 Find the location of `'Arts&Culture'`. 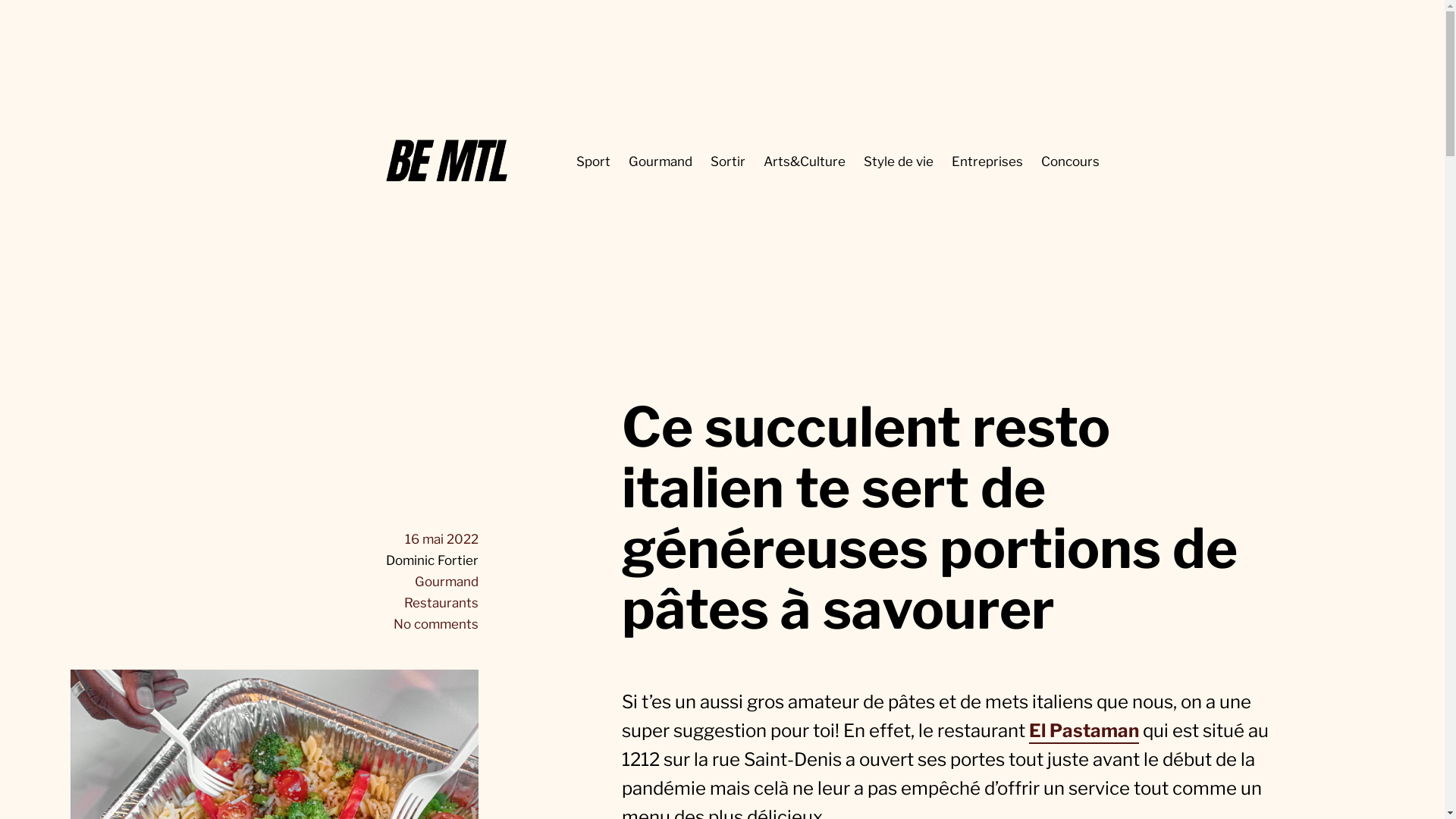

'Arts&Culture' is located at coordinates (803, 161).